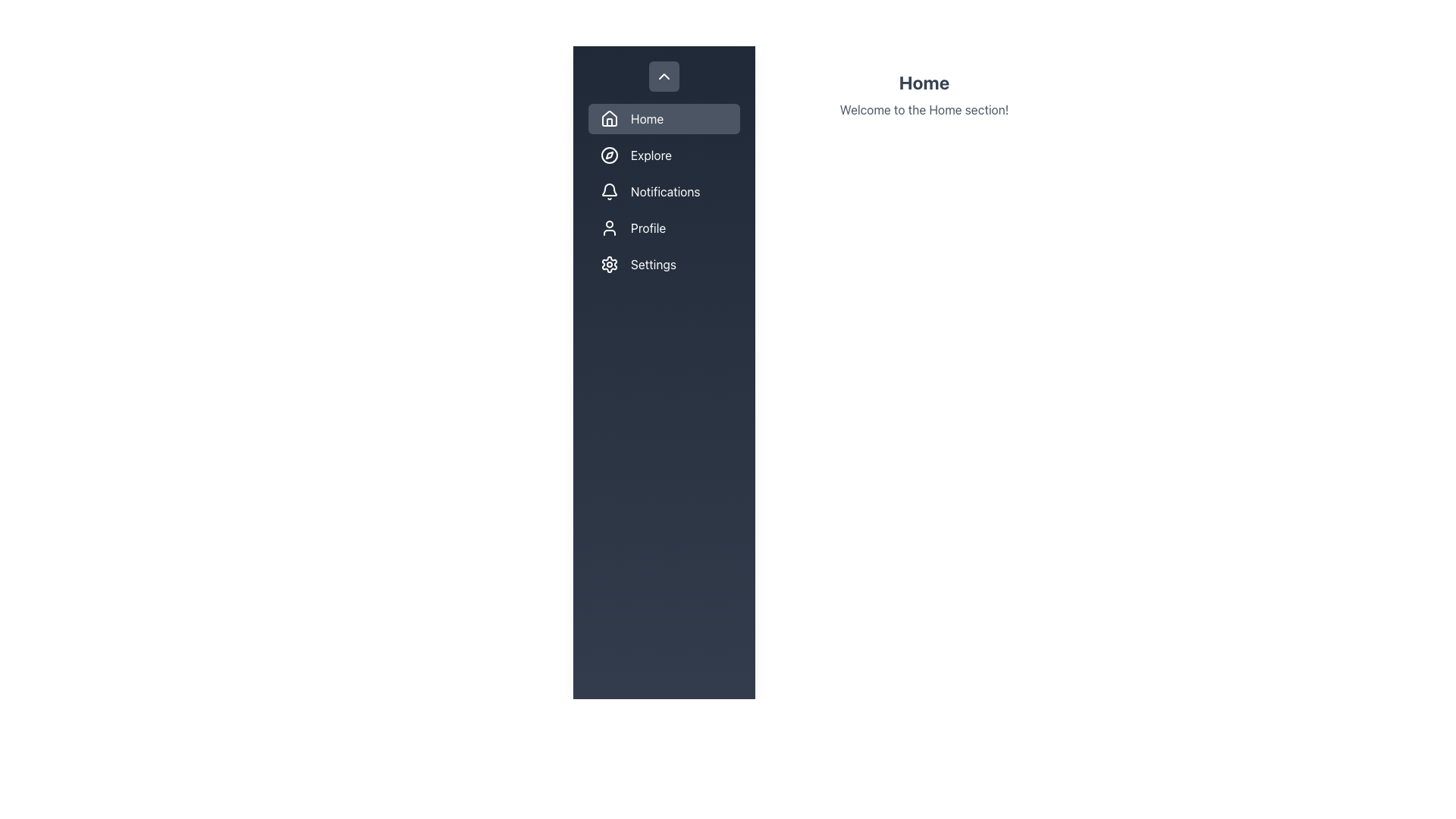 Image resolution: width=1456 pixels, height=819 pixels. I want to click on the Text label (header) indicating the 'Home' section, which is positioned above the subtitle 'Welcome to the Home section!', so click(924, 82).